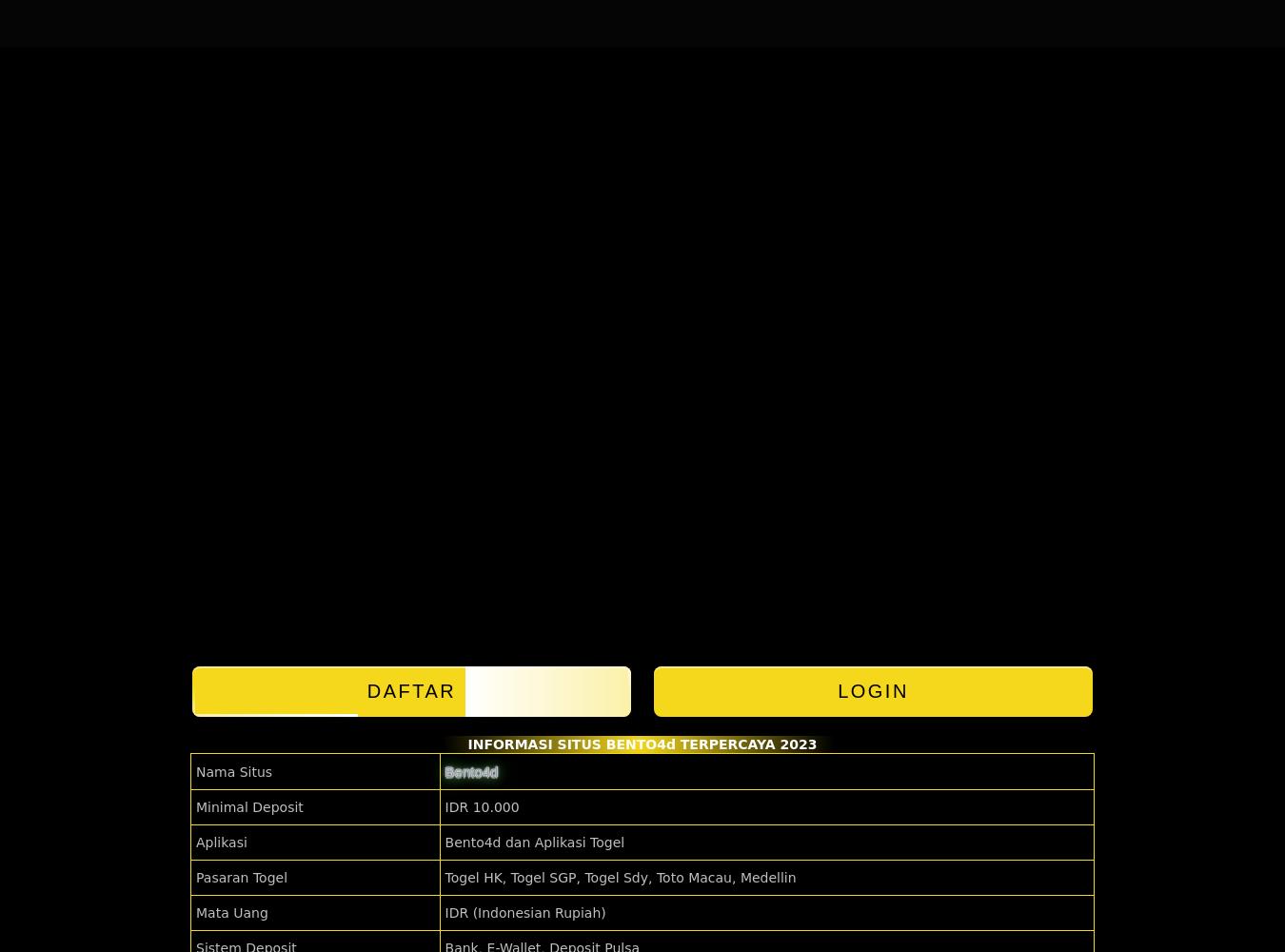 Image resolution: width=1285 pixels, height=952 pixels. What do you see at coordinates (232, 771) in the screenshot?
I see `'Nama Situs'` at bounding box center [232, 771].